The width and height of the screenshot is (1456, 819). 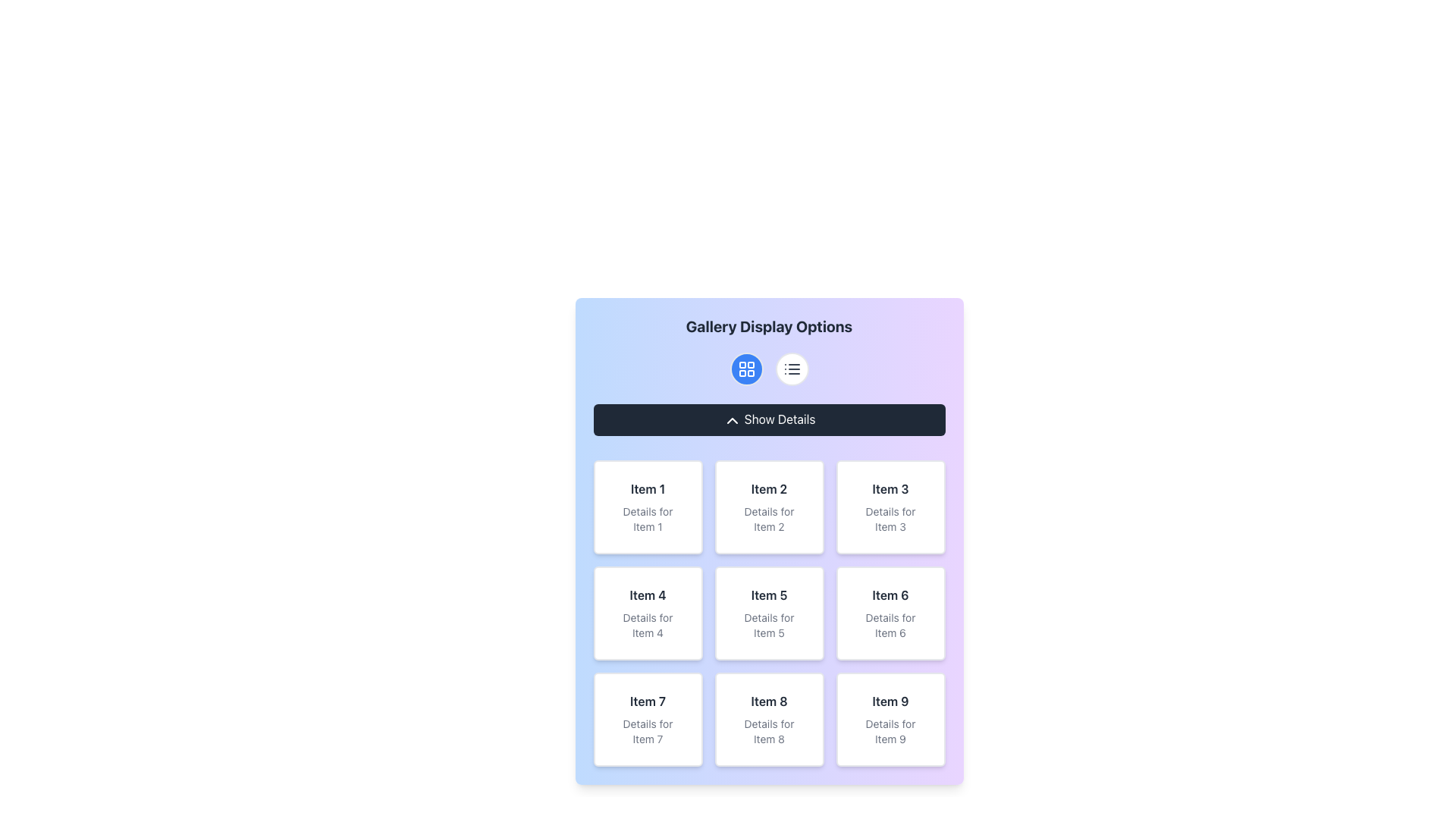 What do you see at coordinates (648, 718) in the screenshot?
I see `the display card for Item 7, which is the first card in the bottom row of a 3x3 grid, located below Item 4` at bounding box center [648, 718].